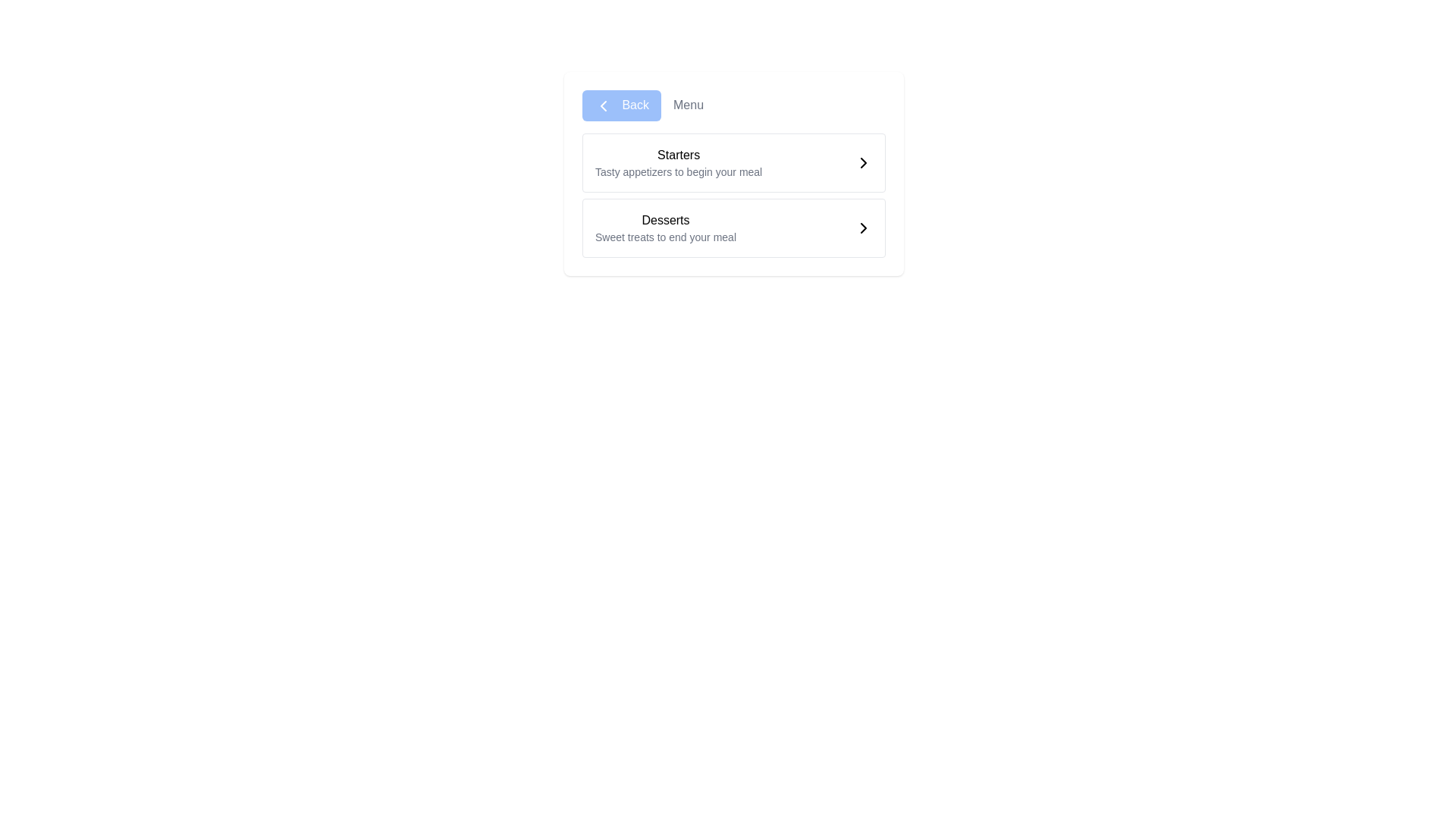 This screenshot has width=1456, height=819. Describe the element at coordinates (734, 162) in the screenshot. I see `the Text block that serves as a category header and description for the menu section, located near the upper section of the main content area` at that location.